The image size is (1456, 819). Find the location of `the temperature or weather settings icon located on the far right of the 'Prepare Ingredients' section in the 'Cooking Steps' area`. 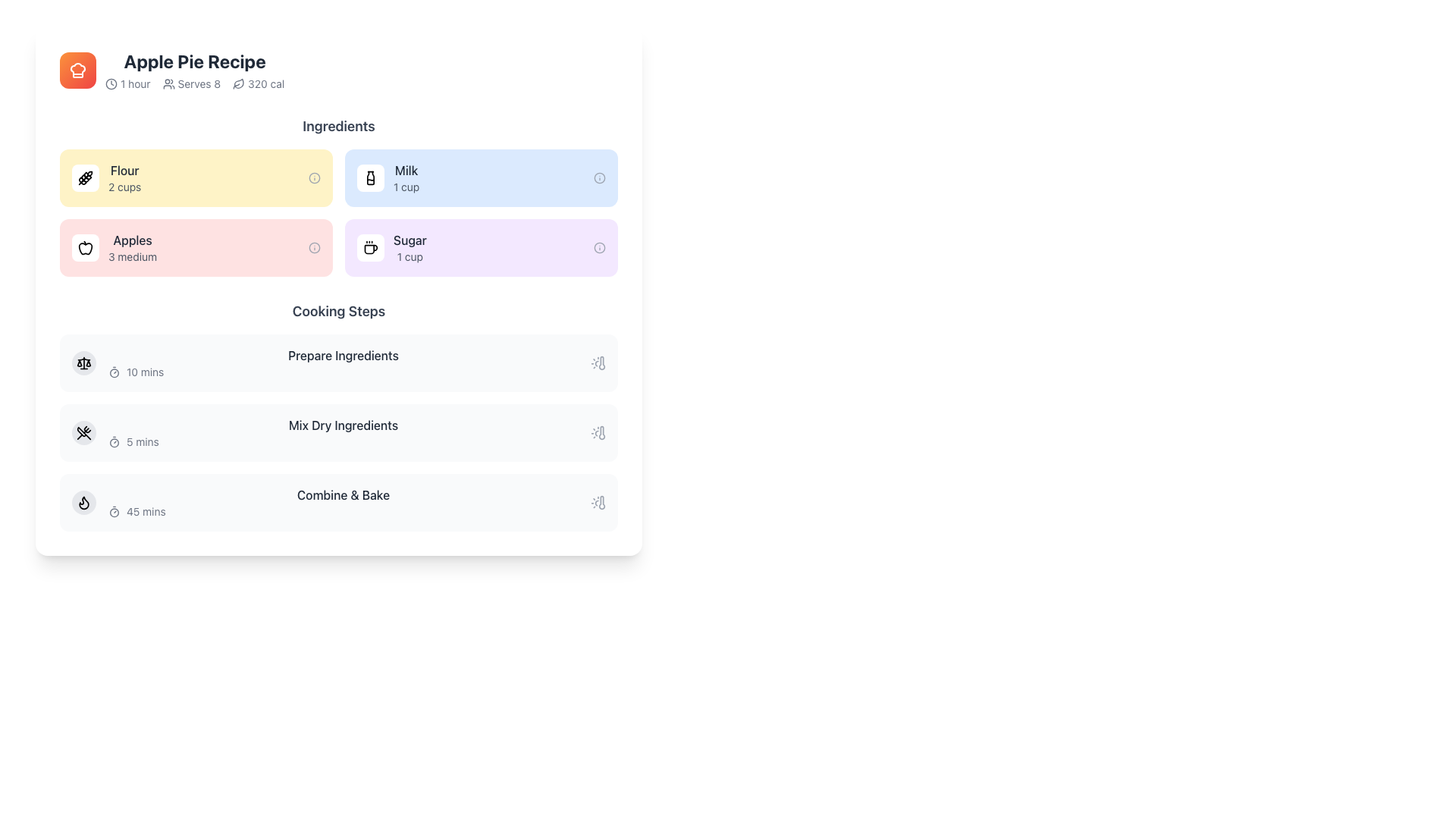

the temperature or weather settings icon located on the far right of the 'Prepare Ingredients' section in the 'Cooking Steps' area is located at coordinates (597, 362).